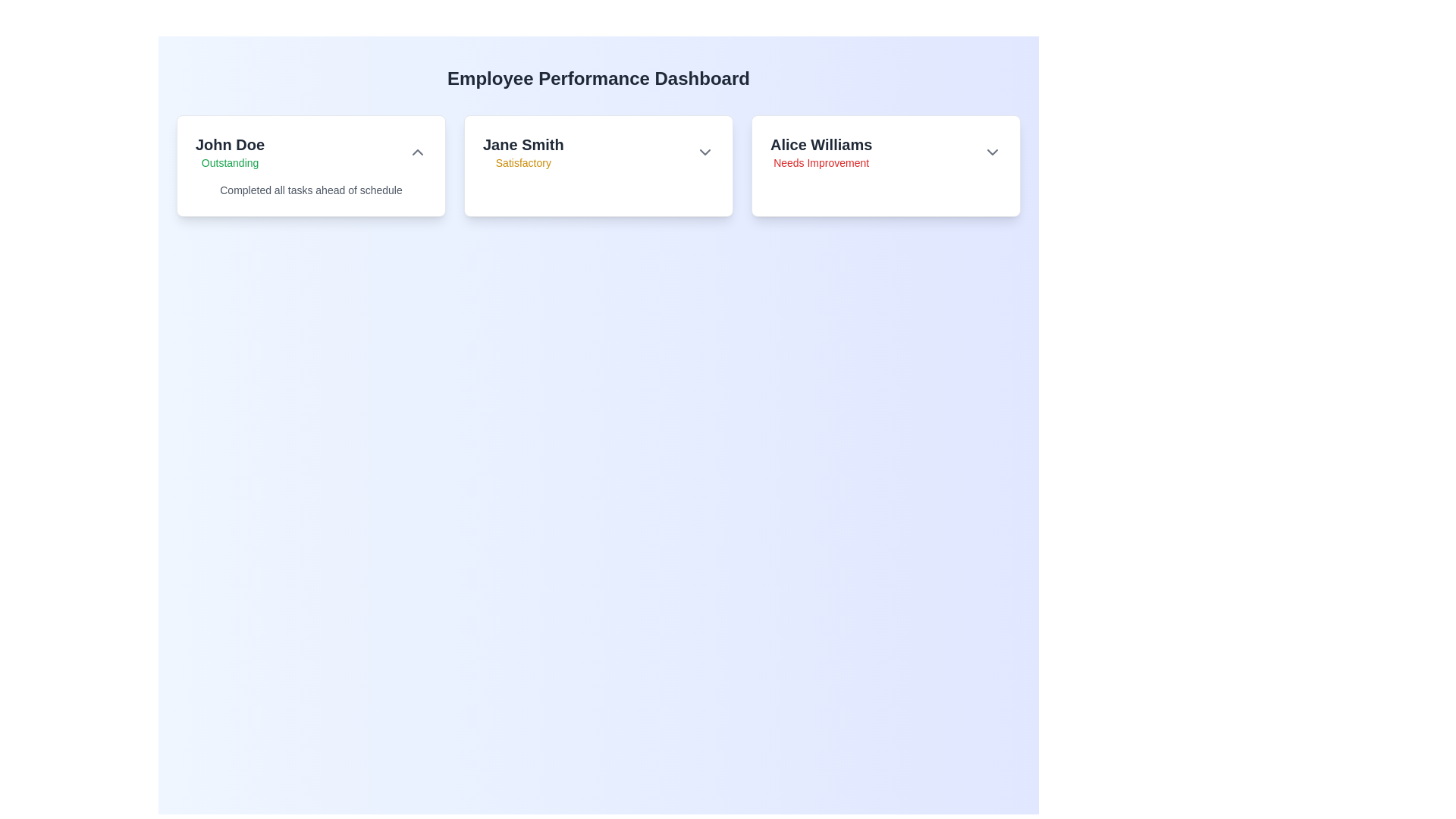 Image resolution: width=1456 pixels, height=819 pixels. Describe the element at coordinates (821, 145) in the screenshot. I see `text label displaying 'Alice Williams' at the top of the employee performance card in the Employee Performance Dashboard` at that location.